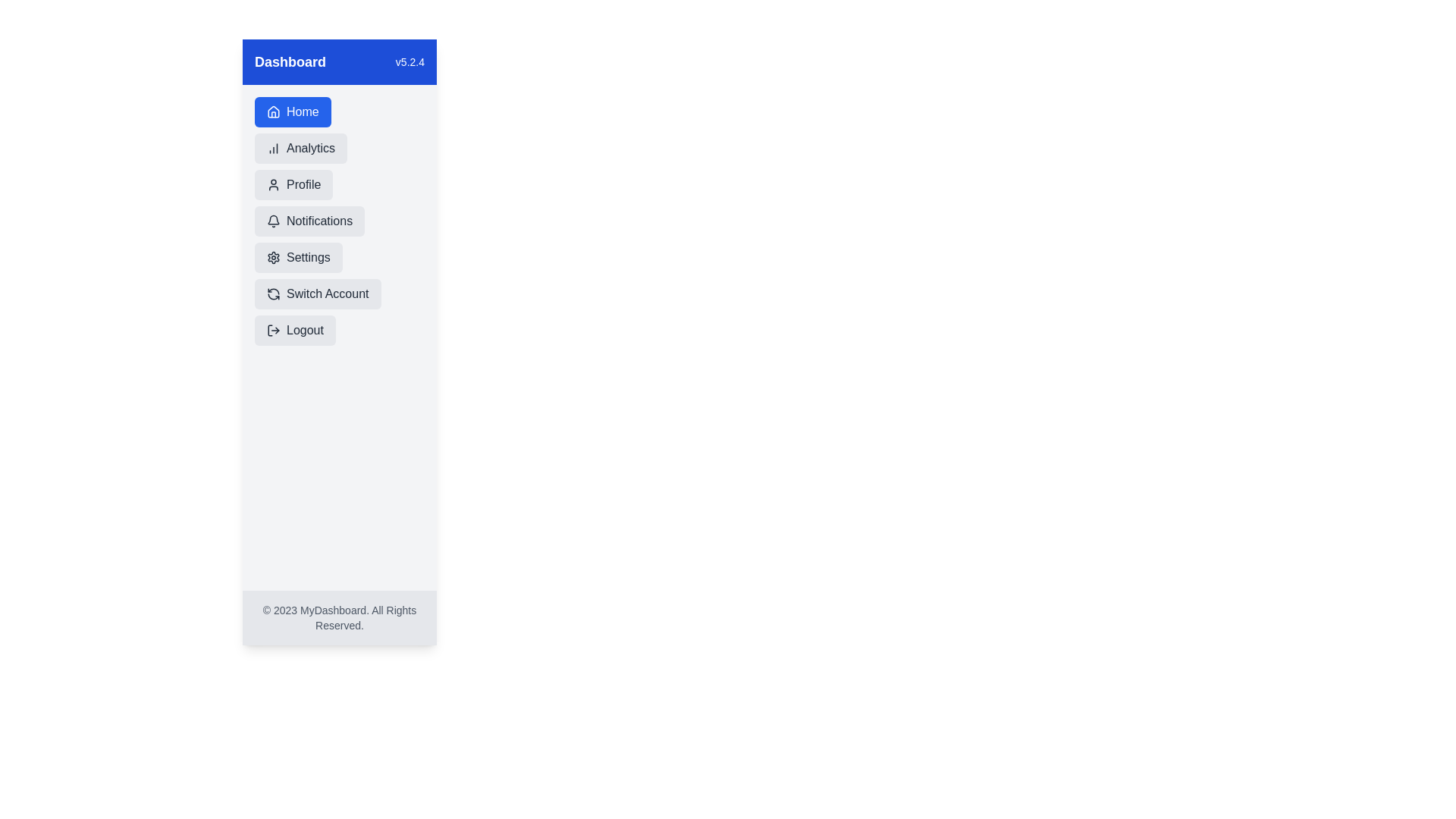 The image size is (1456, 819). I want to click on the 'Settings' button with a gear icon located in the left-side navigation menu, positioned between the 'Notifications' and 'Switch Account' buttons, so click(298, 256).